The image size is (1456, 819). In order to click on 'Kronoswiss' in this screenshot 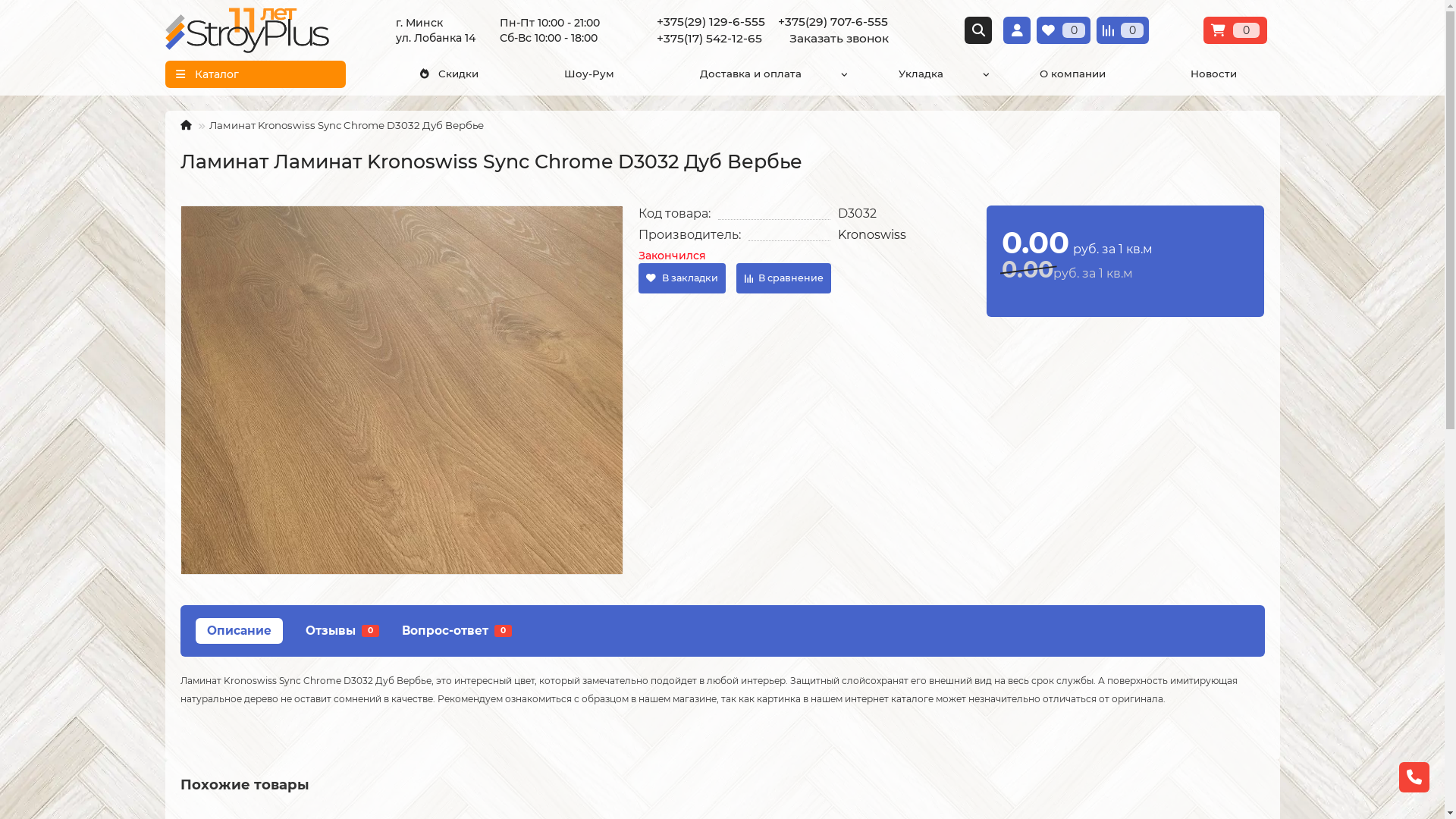, I will do `click(872, 235)`.